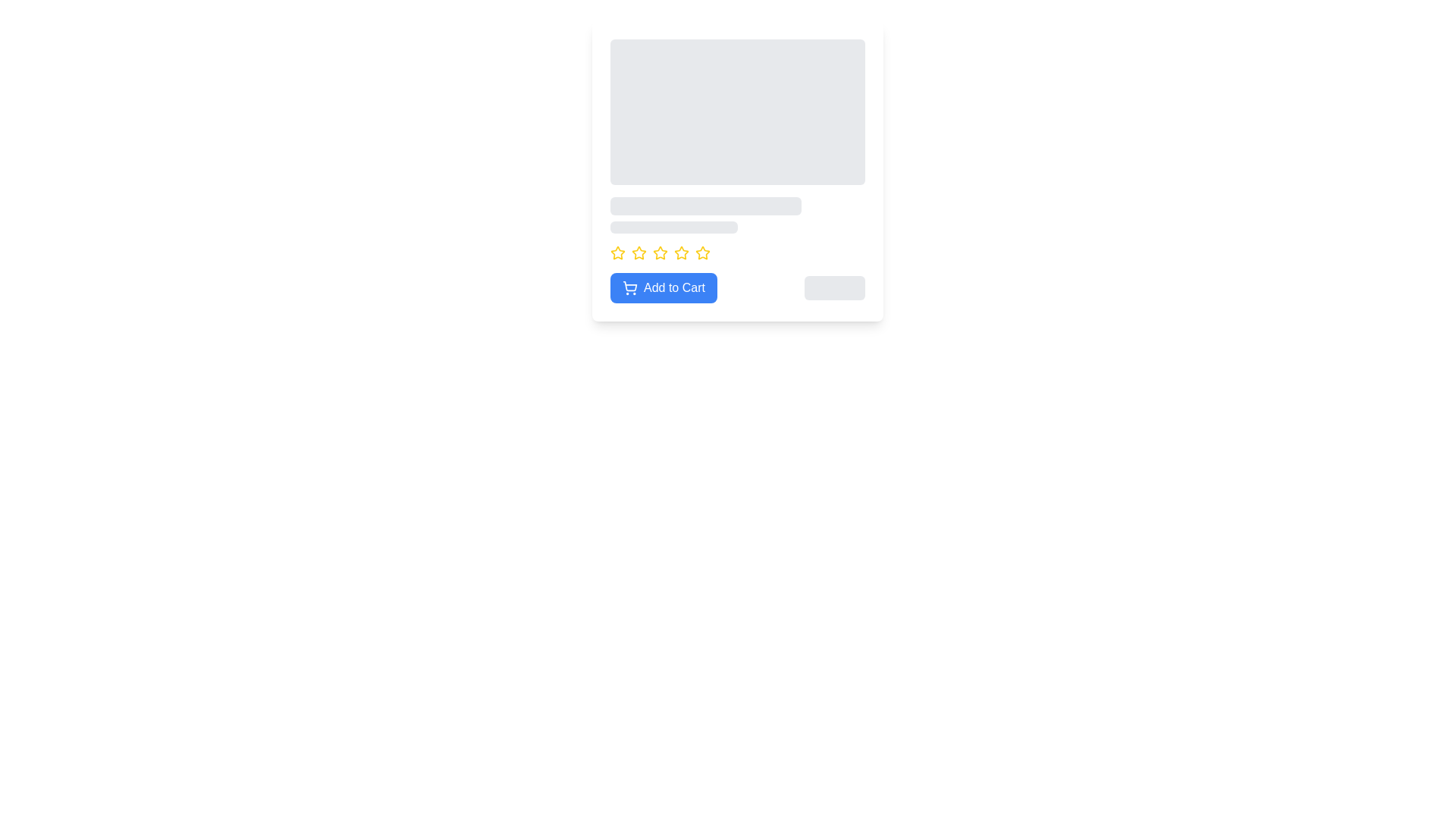  What do you see at coordinates (738, 253) in the screenshot?
I see `the stars in the rating component located in the middle of the card, below the two gray bars and above the blue 'Add to Cart' button` at bounding box center [738, 253].